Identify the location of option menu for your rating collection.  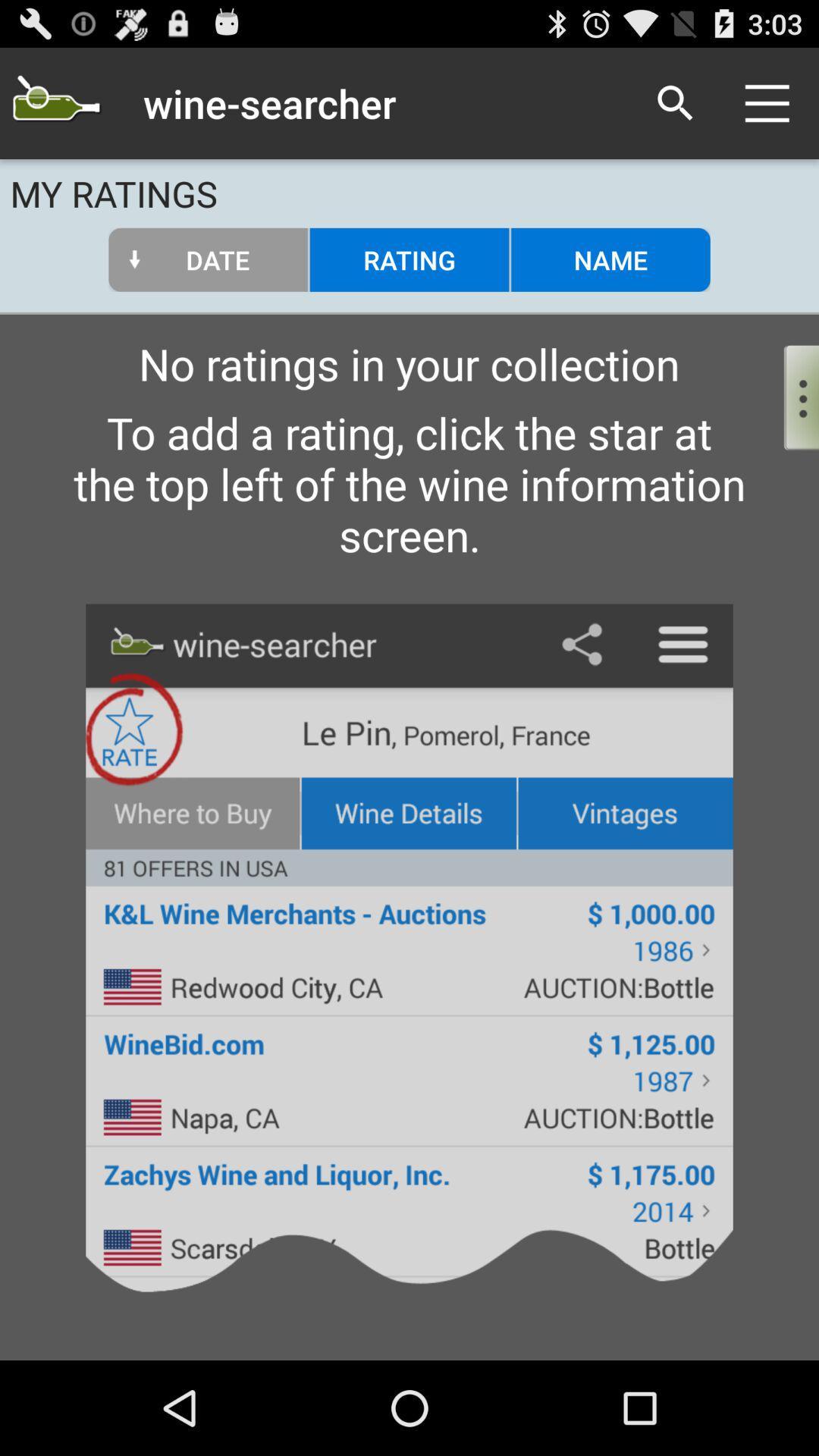
(788, 394).